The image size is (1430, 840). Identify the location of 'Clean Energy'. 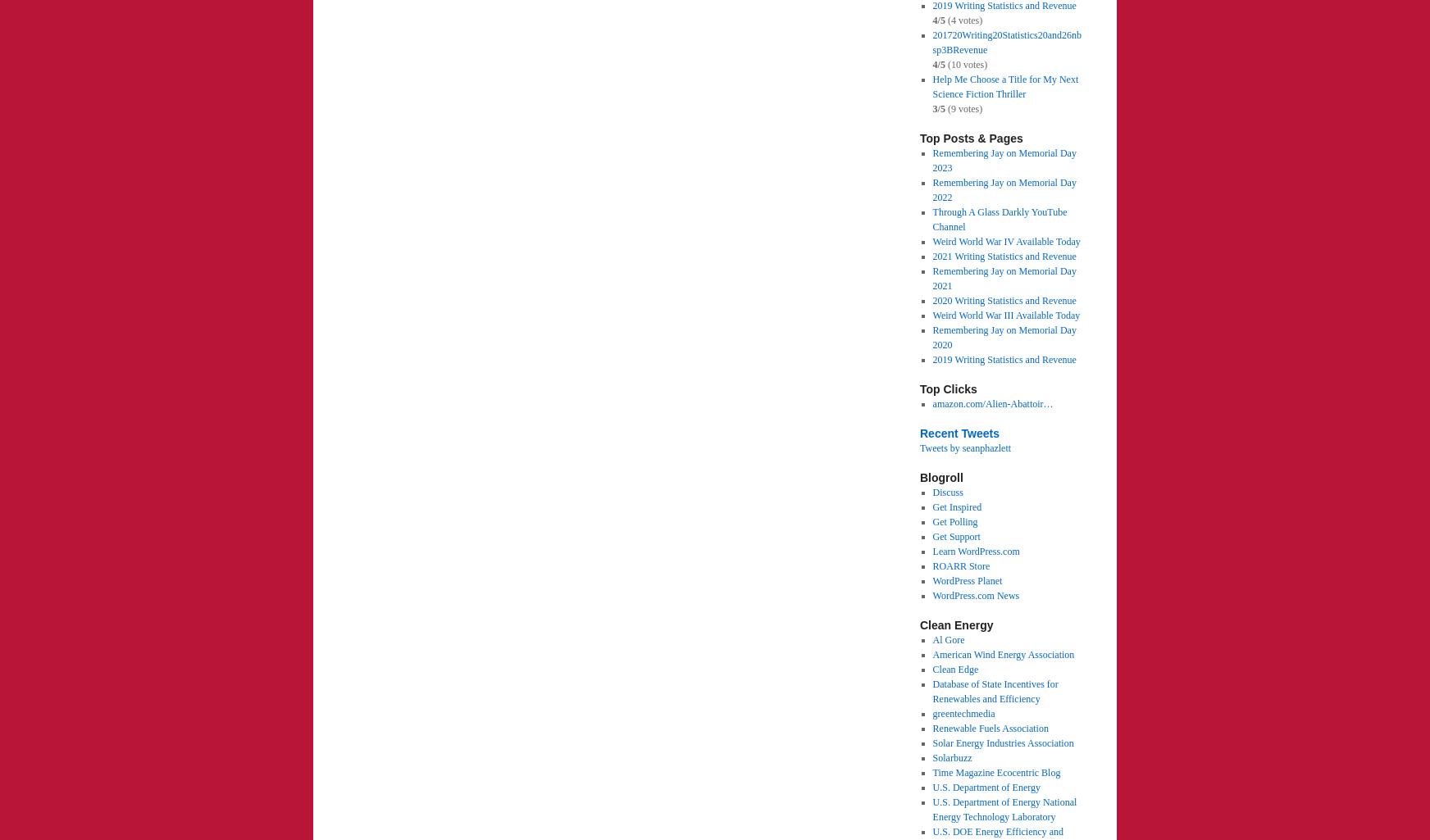
(955, 625).